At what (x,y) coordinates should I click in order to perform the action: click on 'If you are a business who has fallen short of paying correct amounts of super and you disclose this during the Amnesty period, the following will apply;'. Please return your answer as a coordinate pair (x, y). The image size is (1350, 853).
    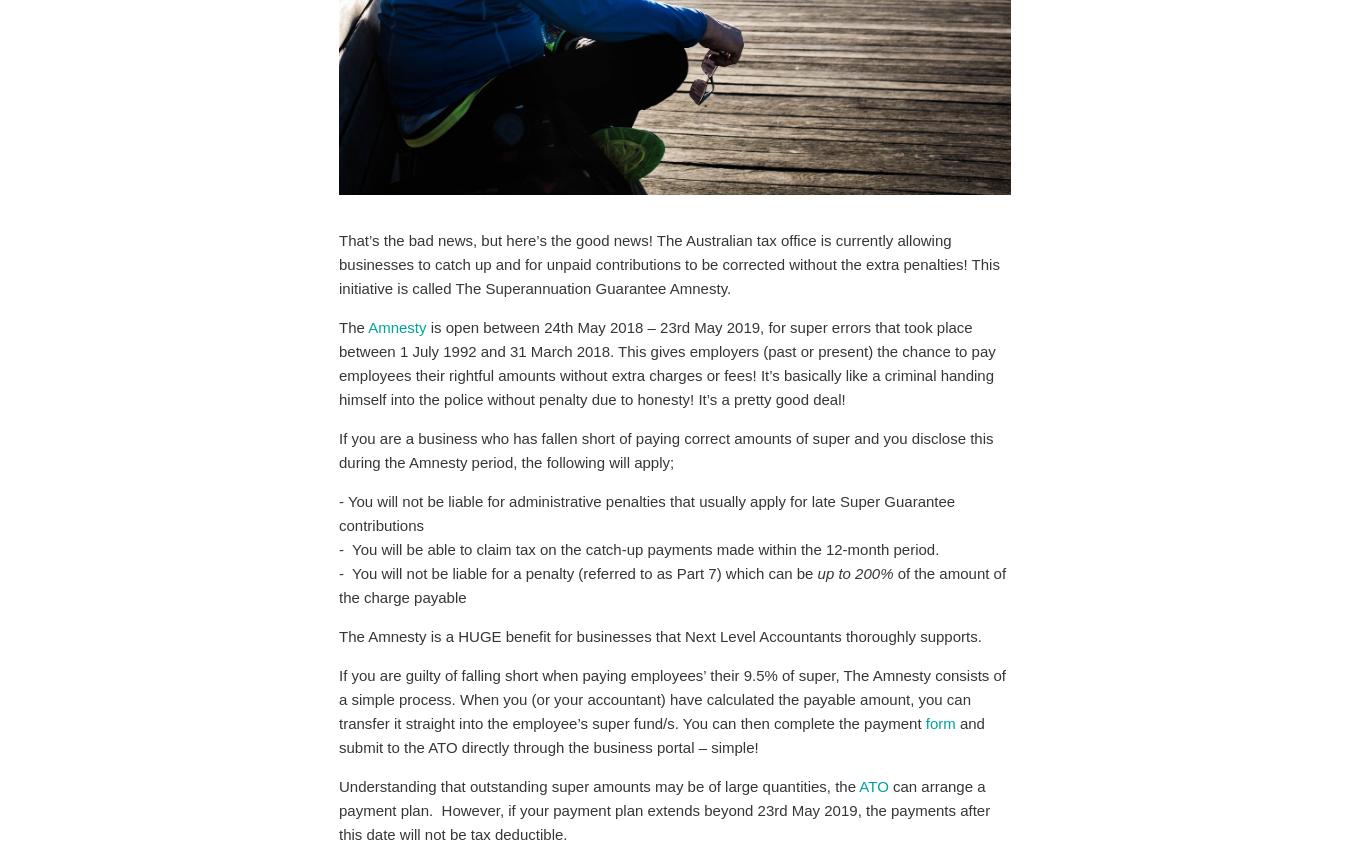
    Looking at the image, I should click on (667, 450).